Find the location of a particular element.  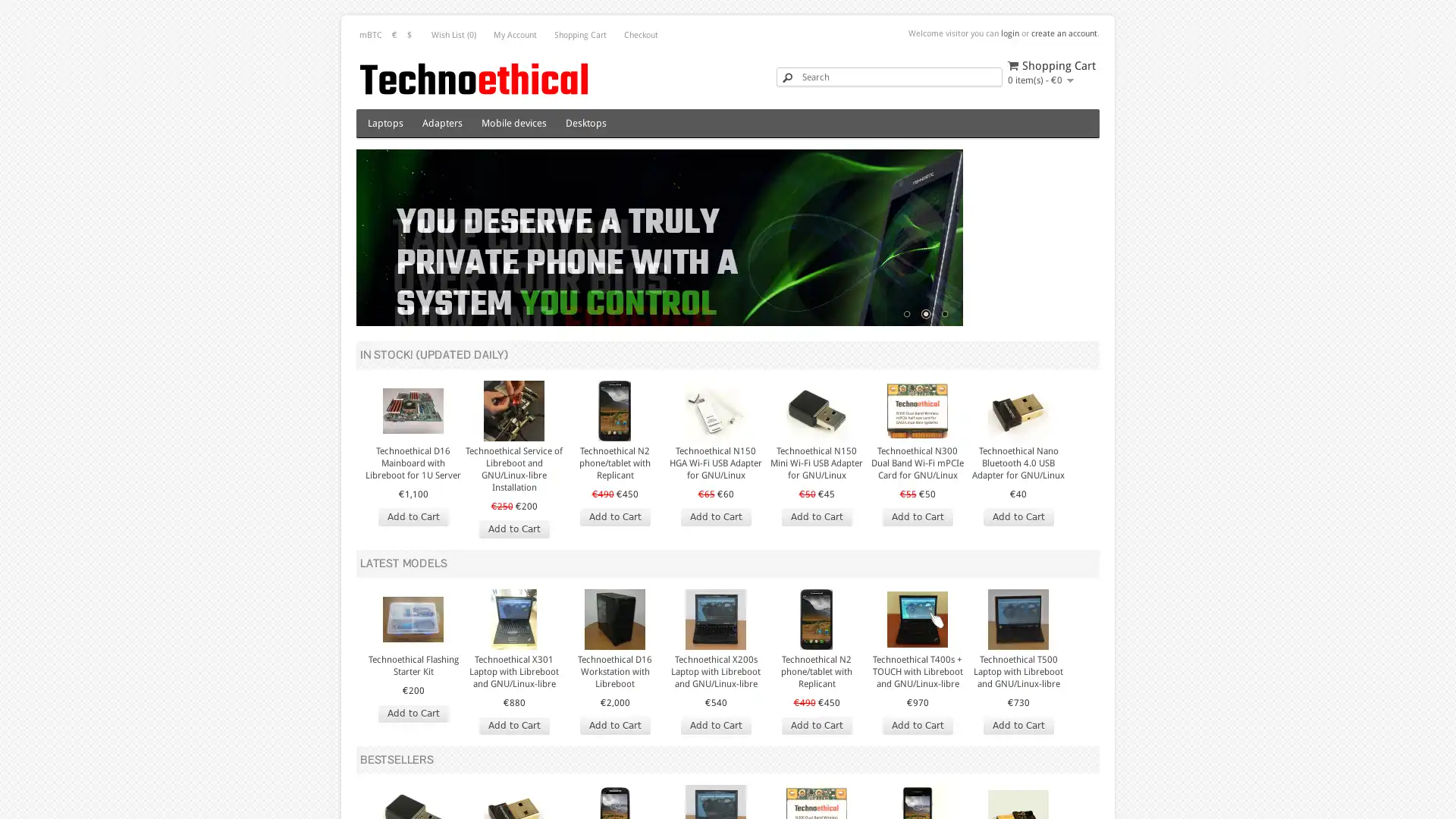

Add to Cart is located at coordinates (714, 775).